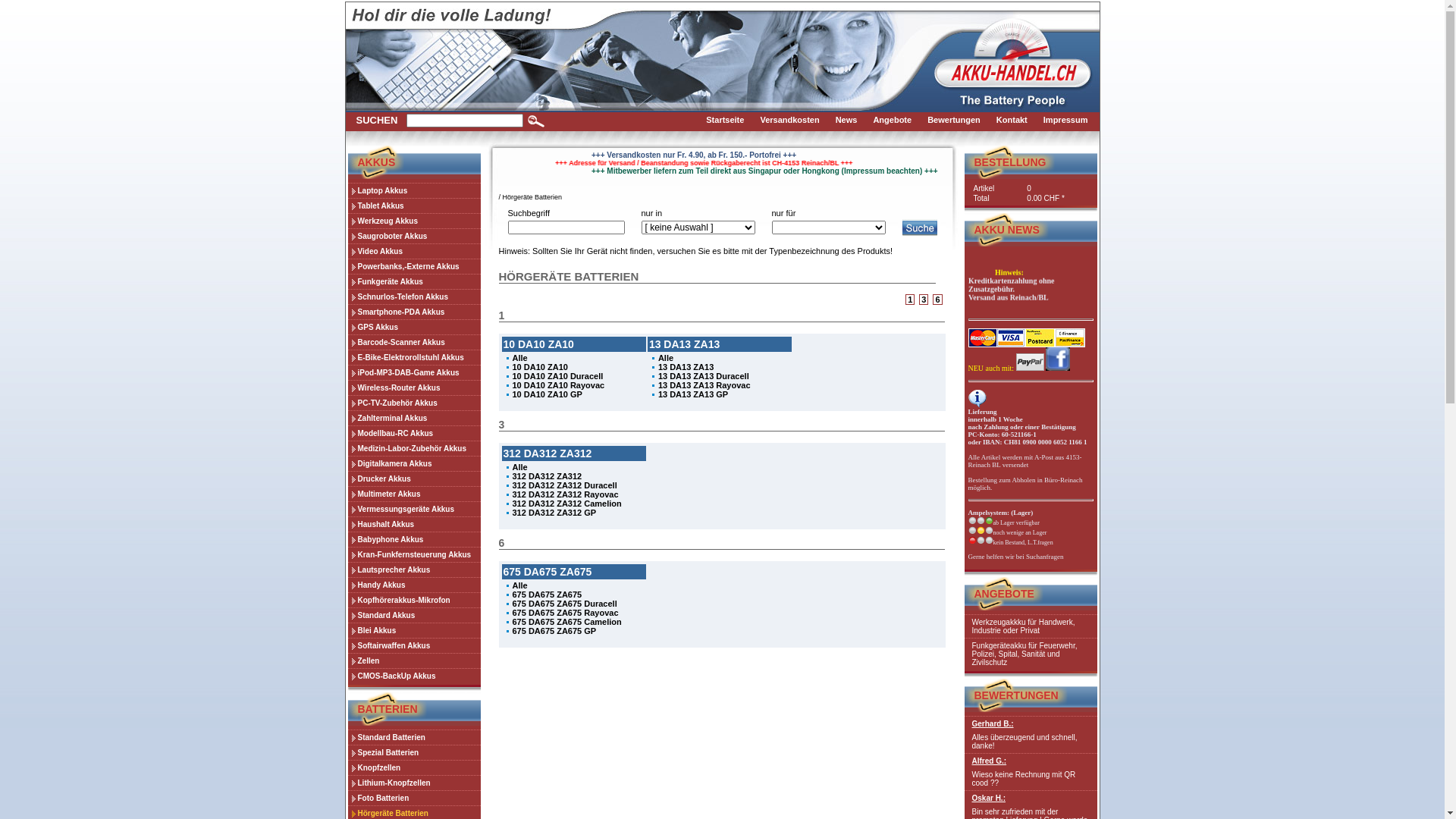 This screenshot has width=1456, height=819. I want to click on '675 DA675 ZA675', so click(546, 593).